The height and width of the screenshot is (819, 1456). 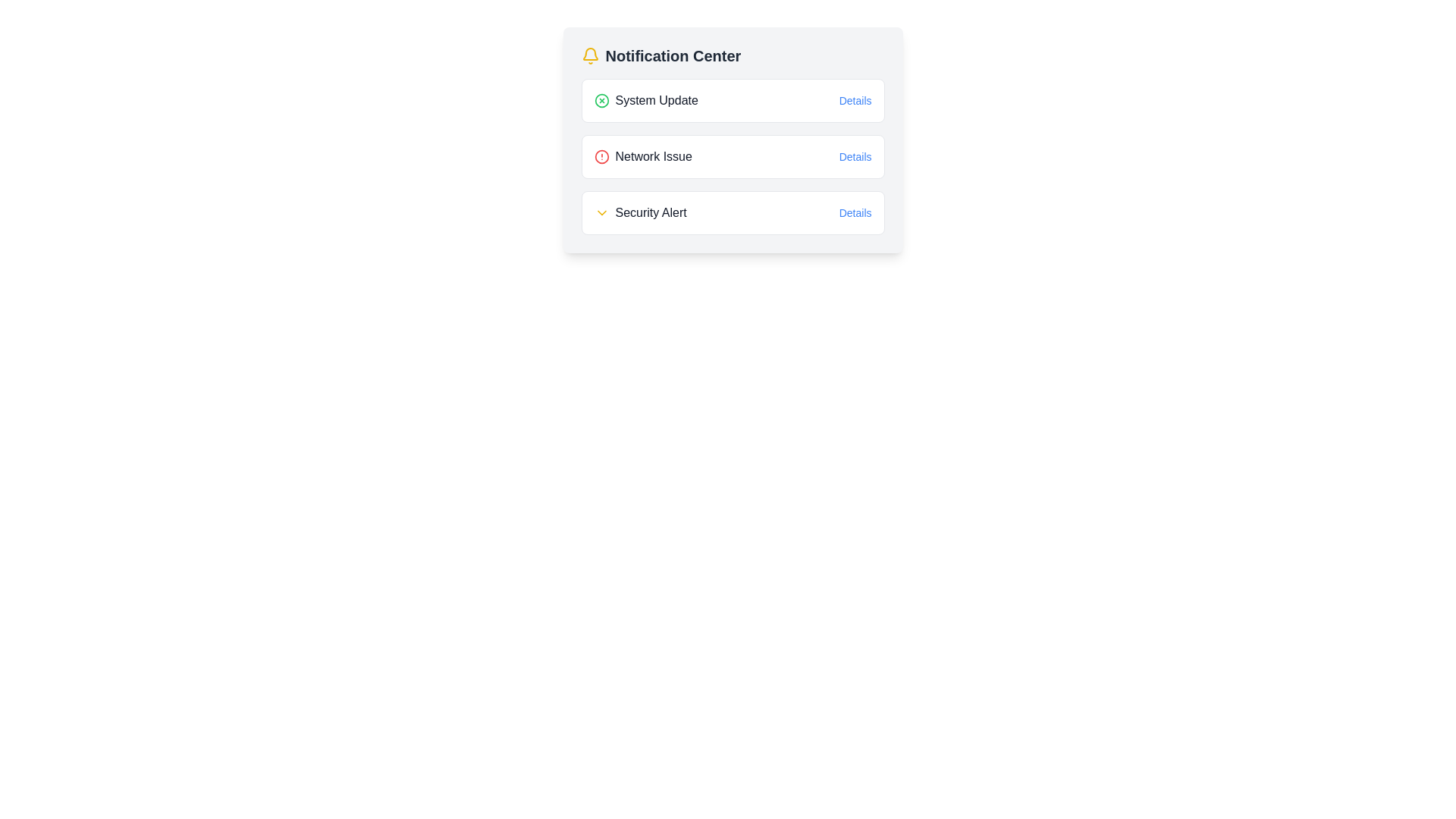 What do you see at coordinates (601, 100) in the screenshot?
I see `the status icon representing the 'System Update' notification, located to the left of the 'System Update' text` at bounding box center [601, 100].